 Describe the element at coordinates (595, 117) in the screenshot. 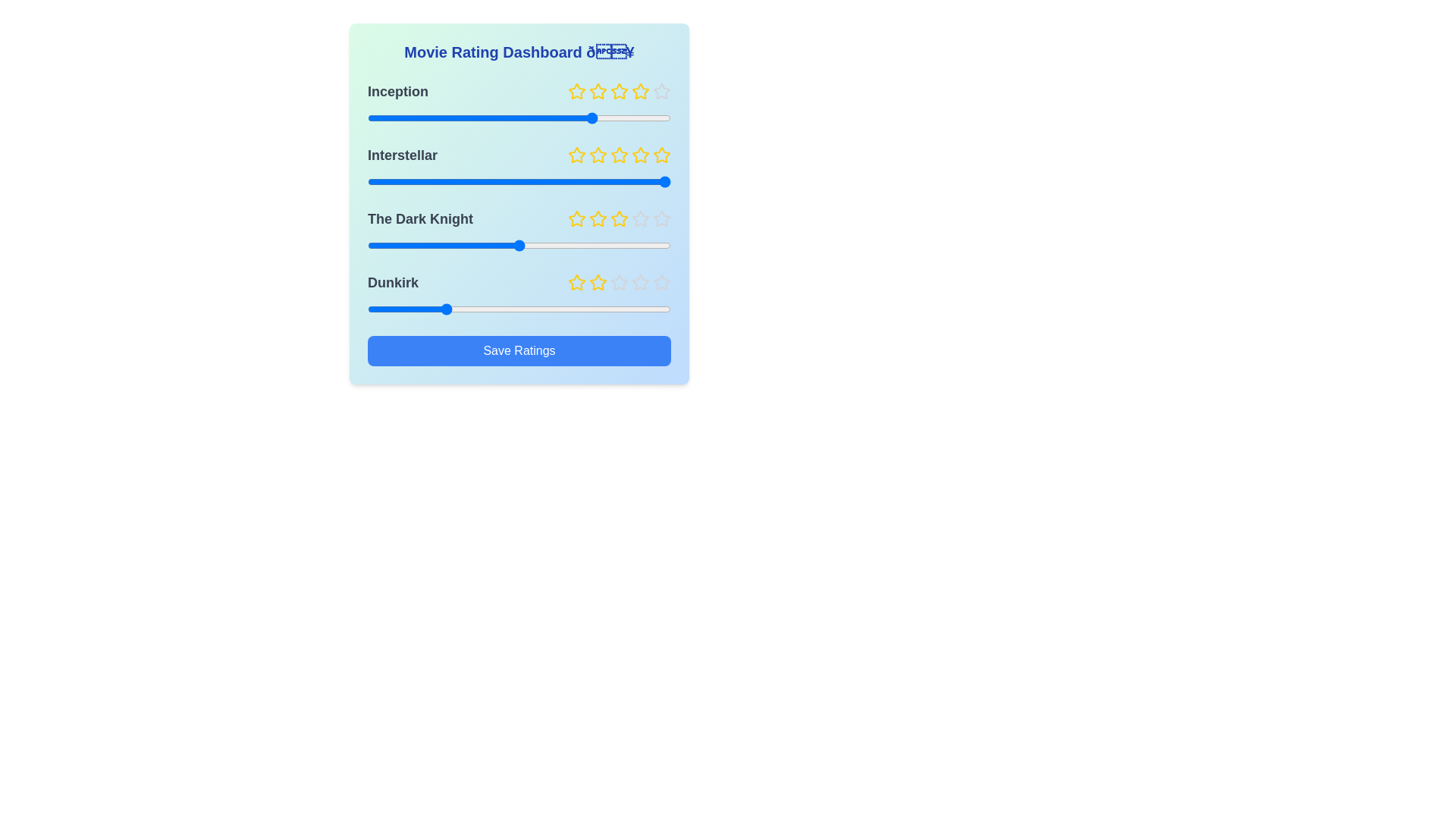

I see `the slider for the movie 'Inception' to set the rating to 4` at that location.